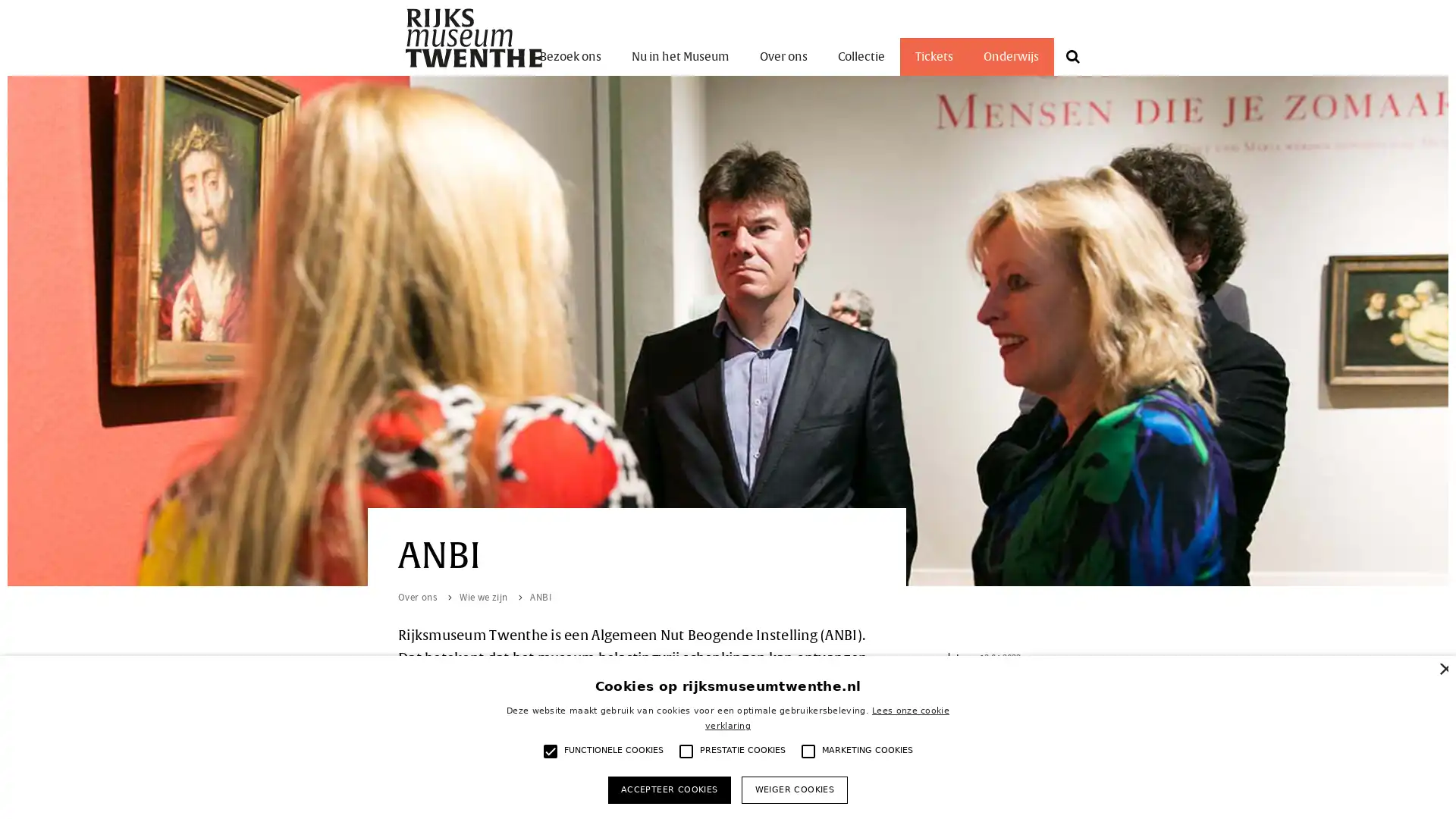  Describe the element at coordinates (668, 789) in the screenshot. I see `ACCEPTEER COOKIES` at that location.